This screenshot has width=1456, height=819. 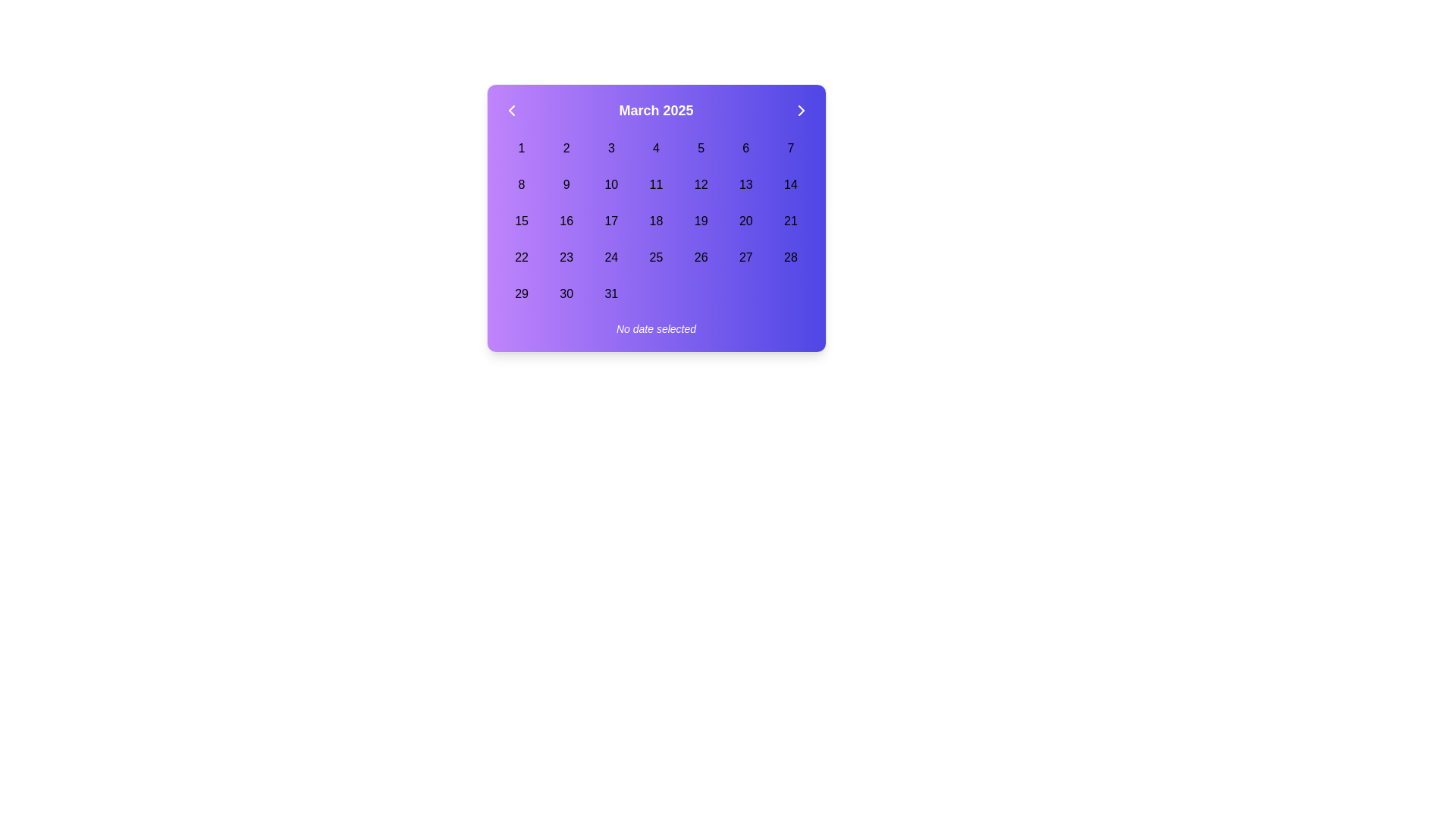 I want to click on the circular button displaying the number '20', so click(x=745, y=221).